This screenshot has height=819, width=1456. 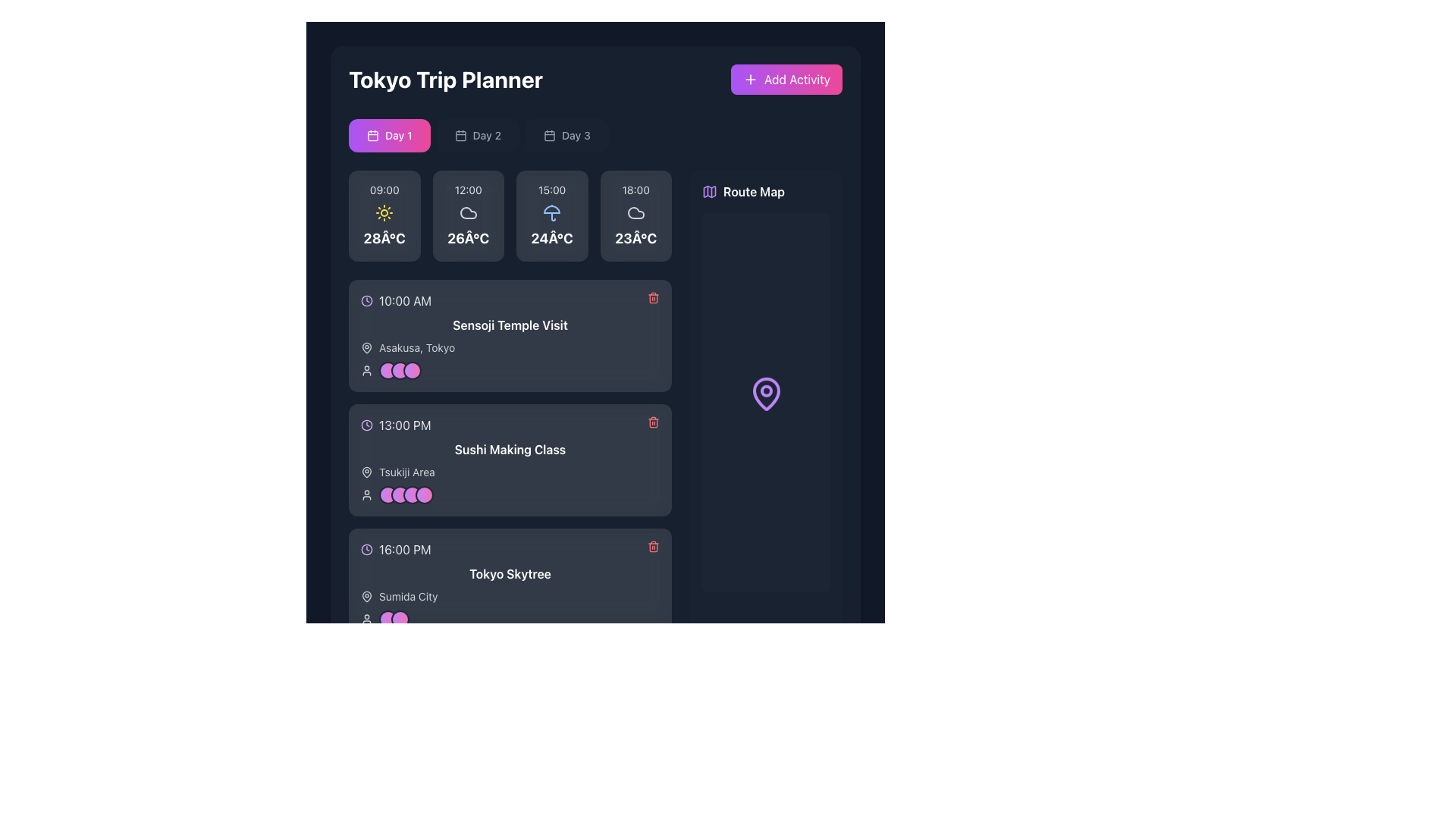 I want to click on the map pin icon located directly to the left of the text 'Sumida City' in the lower part of the interface, so click(x=367, y=595).